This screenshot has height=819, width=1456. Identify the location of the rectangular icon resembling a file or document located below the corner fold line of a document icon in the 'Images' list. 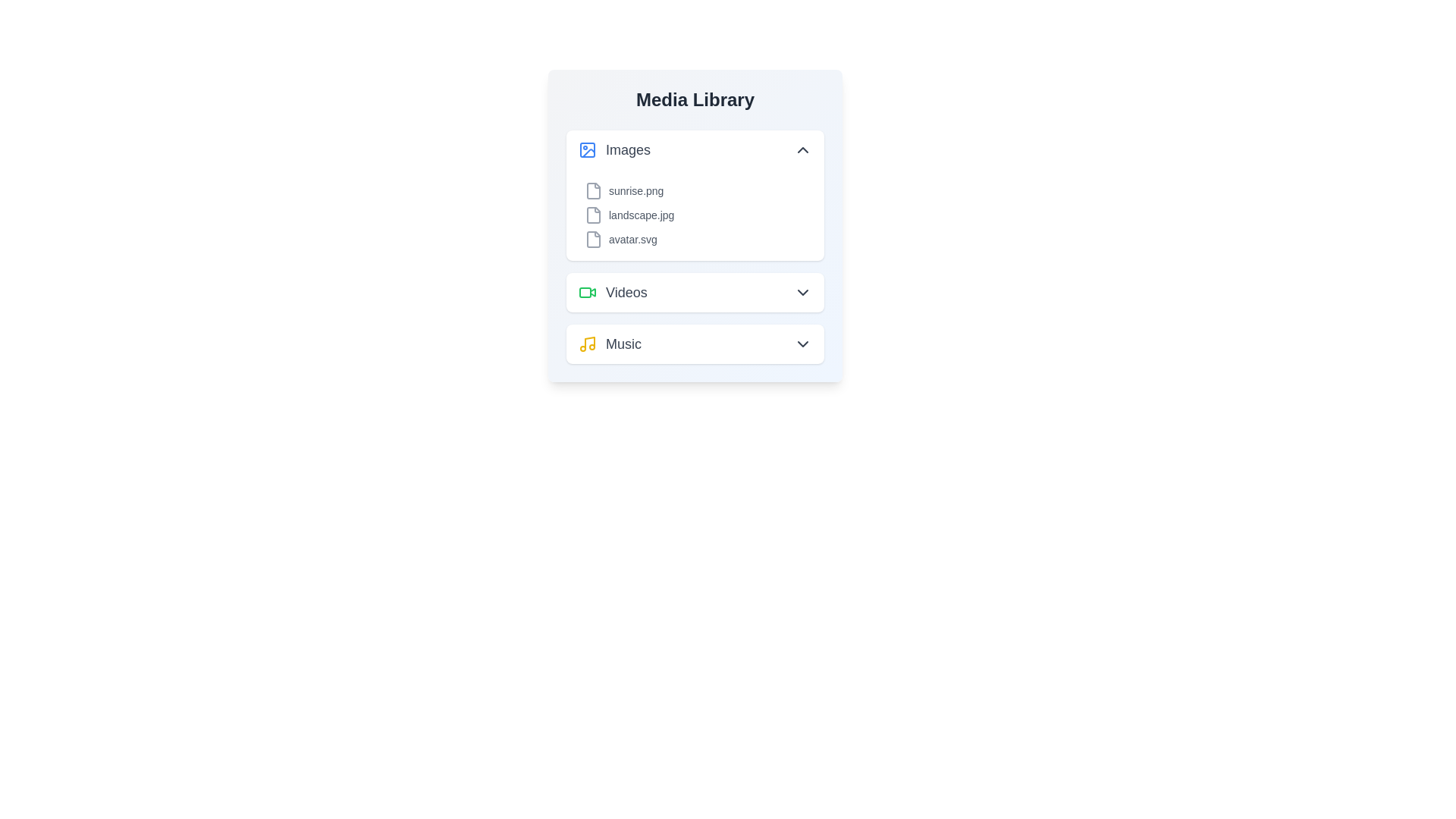
(592, 239).